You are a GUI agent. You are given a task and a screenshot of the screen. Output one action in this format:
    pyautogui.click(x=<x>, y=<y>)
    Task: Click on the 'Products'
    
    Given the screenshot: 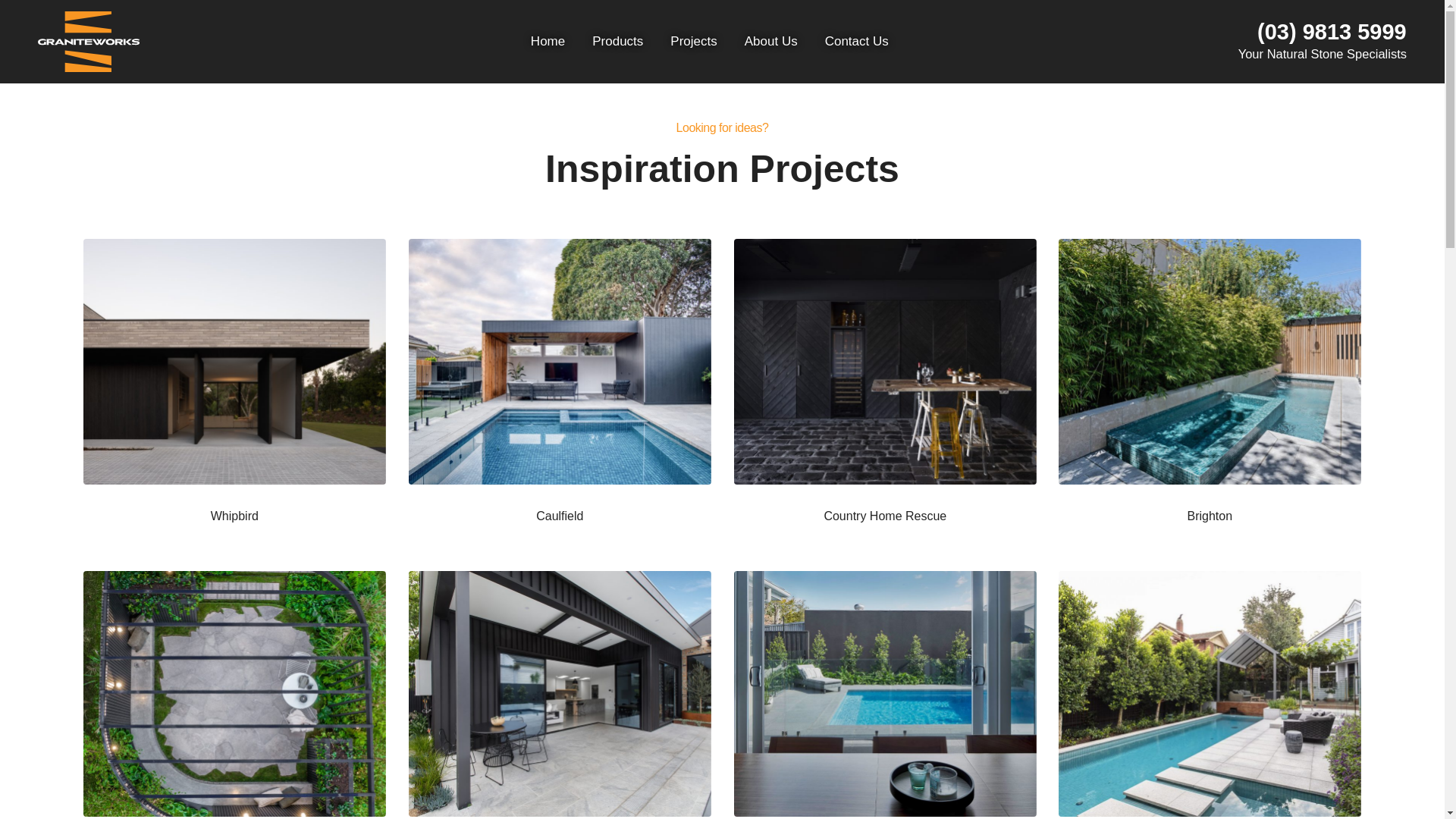 What is the action you would take?
    pyautogui.click(x=617, y=40)
    